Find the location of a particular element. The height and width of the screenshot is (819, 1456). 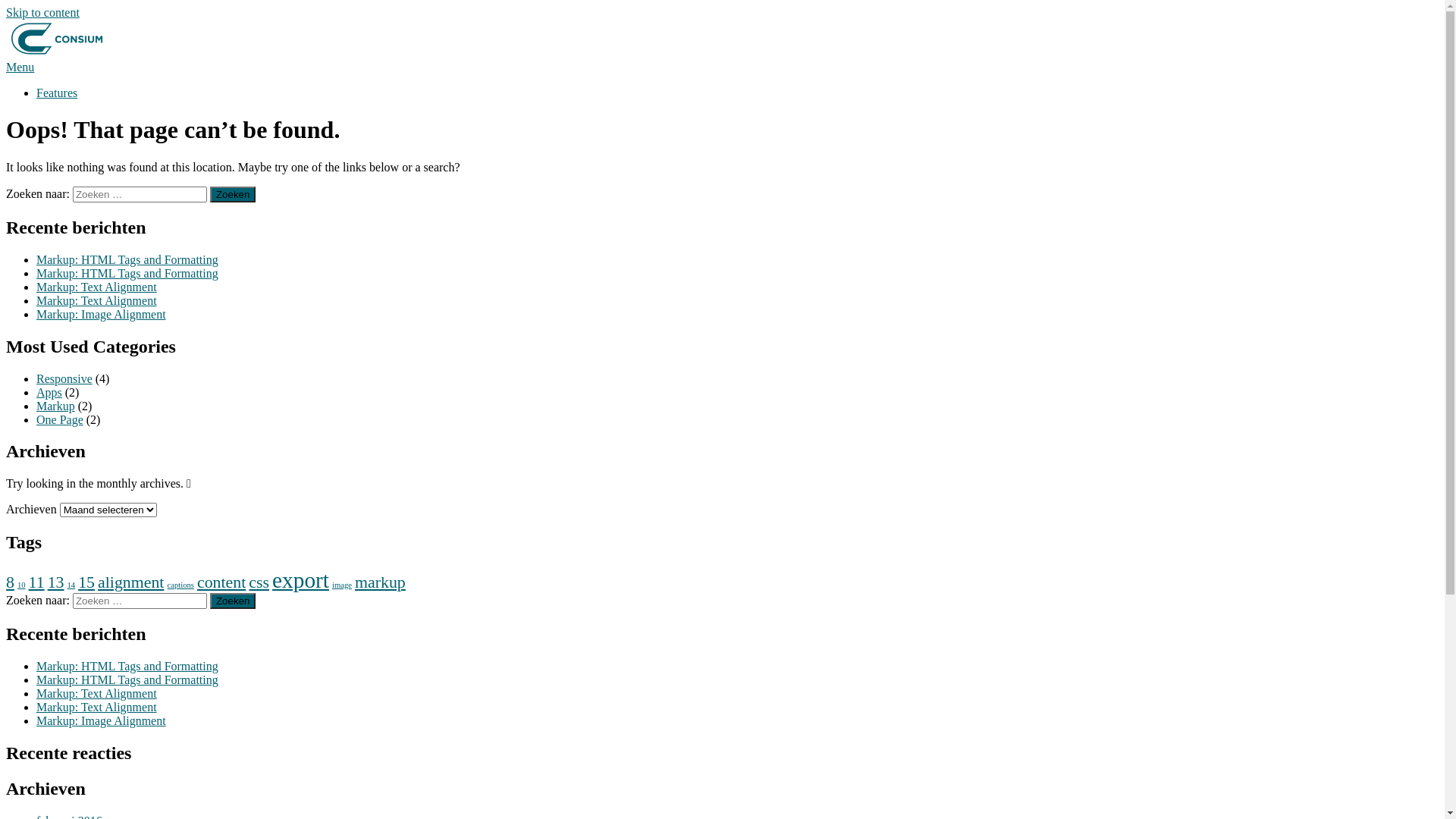

'alignment' is located at coordinates (130, 581).